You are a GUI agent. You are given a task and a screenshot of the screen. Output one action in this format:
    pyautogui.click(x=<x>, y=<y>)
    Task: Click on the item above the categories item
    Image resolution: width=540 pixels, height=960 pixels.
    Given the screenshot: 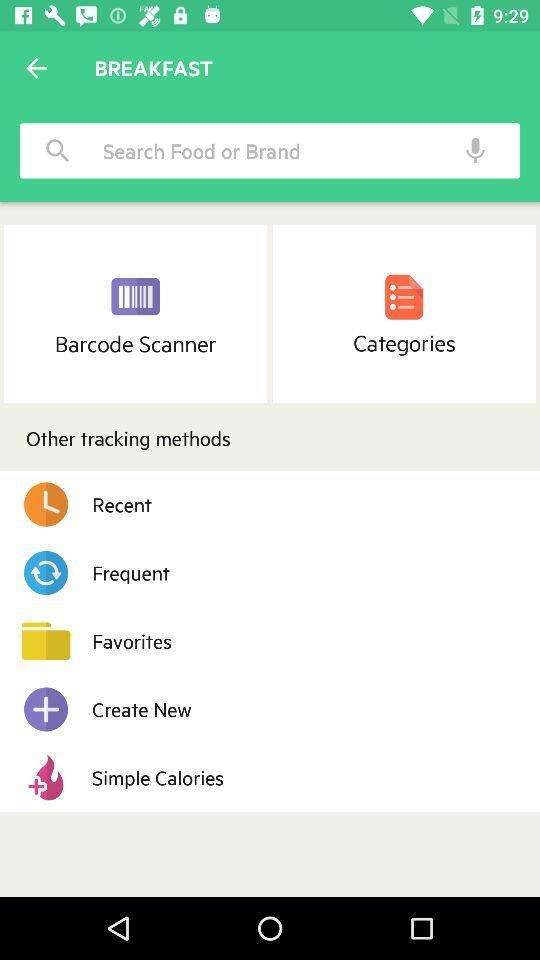 What is the action you would take?
    pyautogui.click(x=474, y=149)
    